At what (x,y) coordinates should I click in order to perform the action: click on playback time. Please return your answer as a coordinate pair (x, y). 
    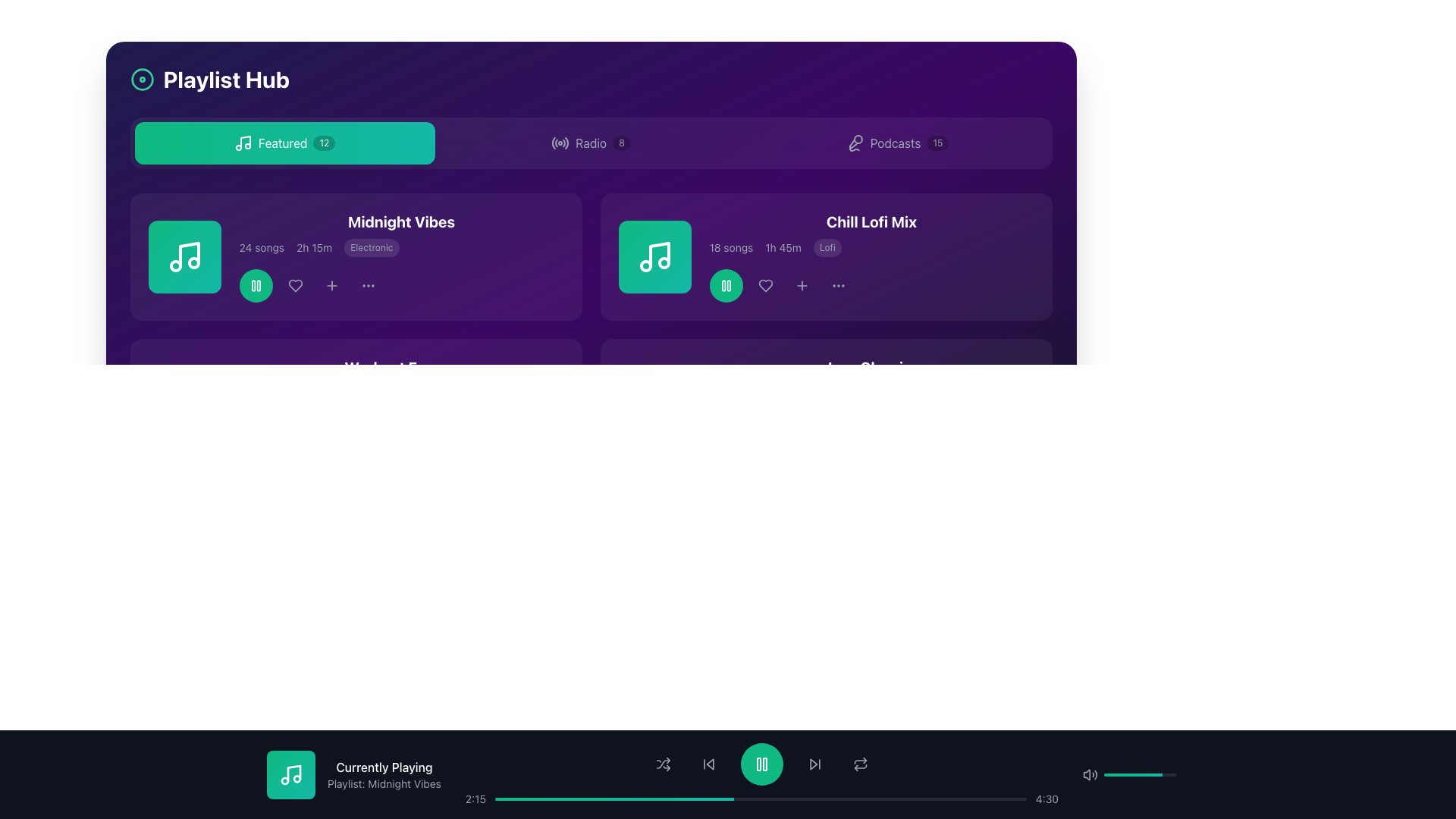
    Looking at the image, I should click on (577, 798).